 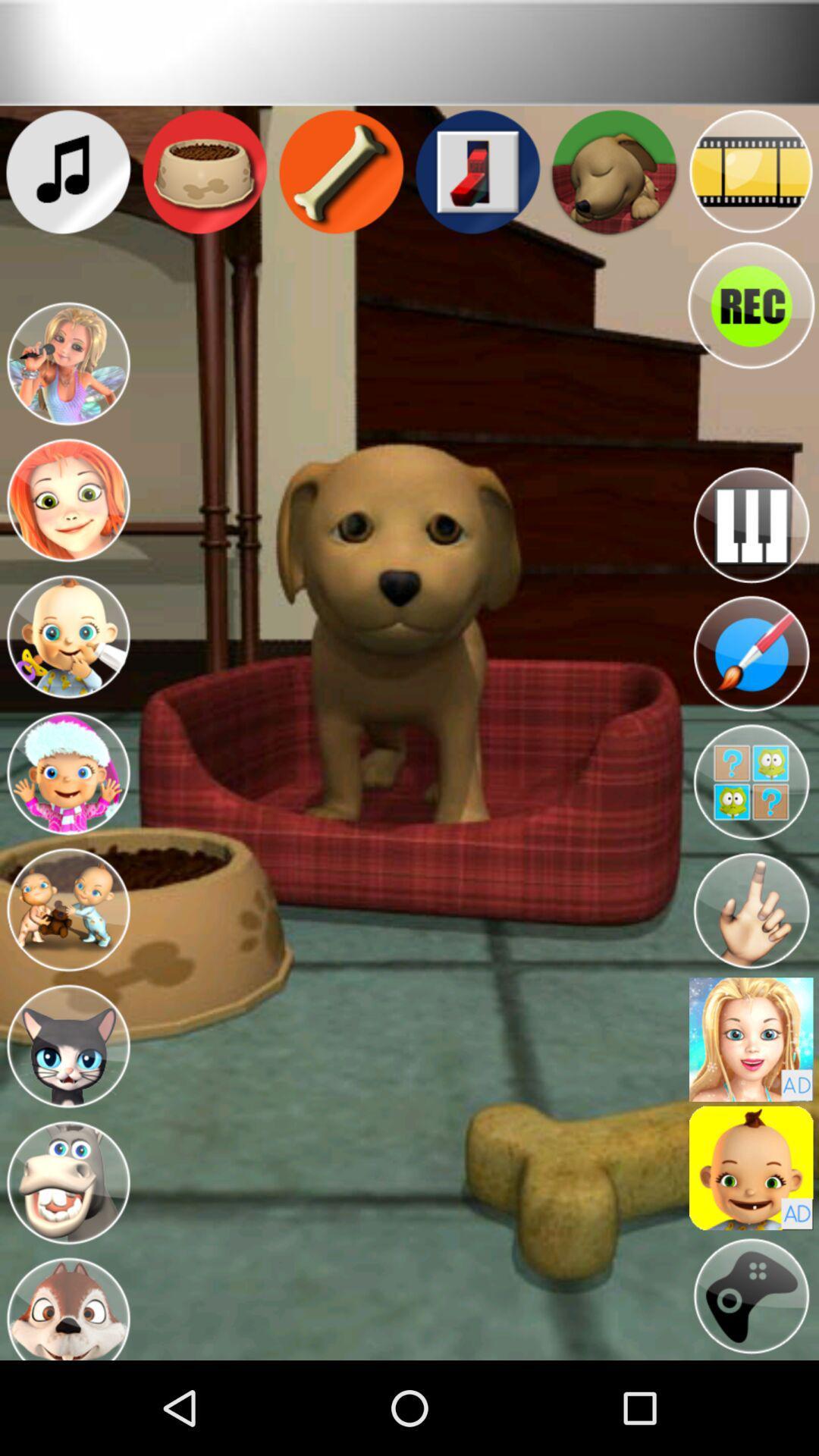 I want to click on change the character, so click(x=67, y=1182).